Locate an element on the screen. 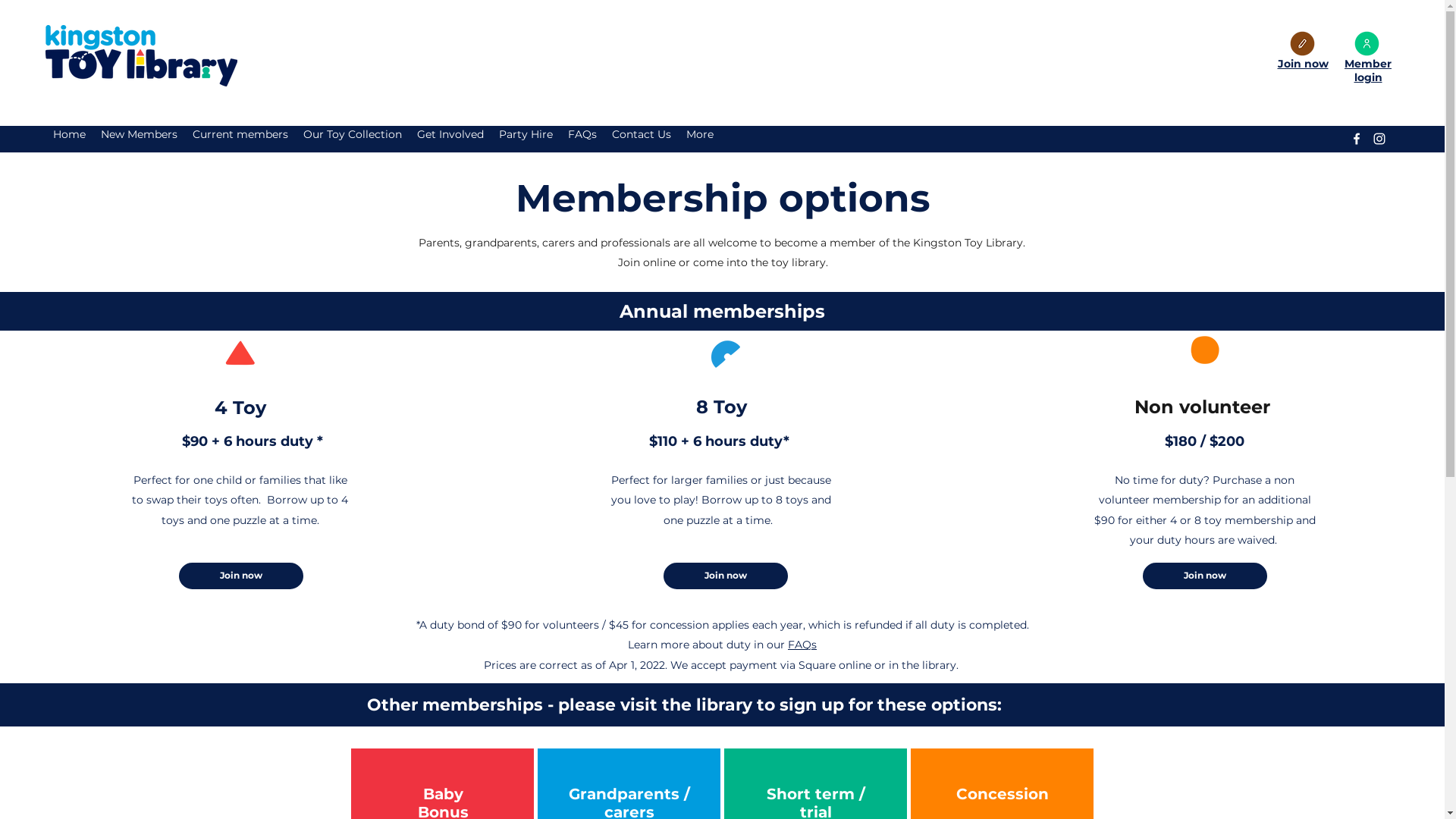  'Party Hire' is located at coordinates (526, 138).